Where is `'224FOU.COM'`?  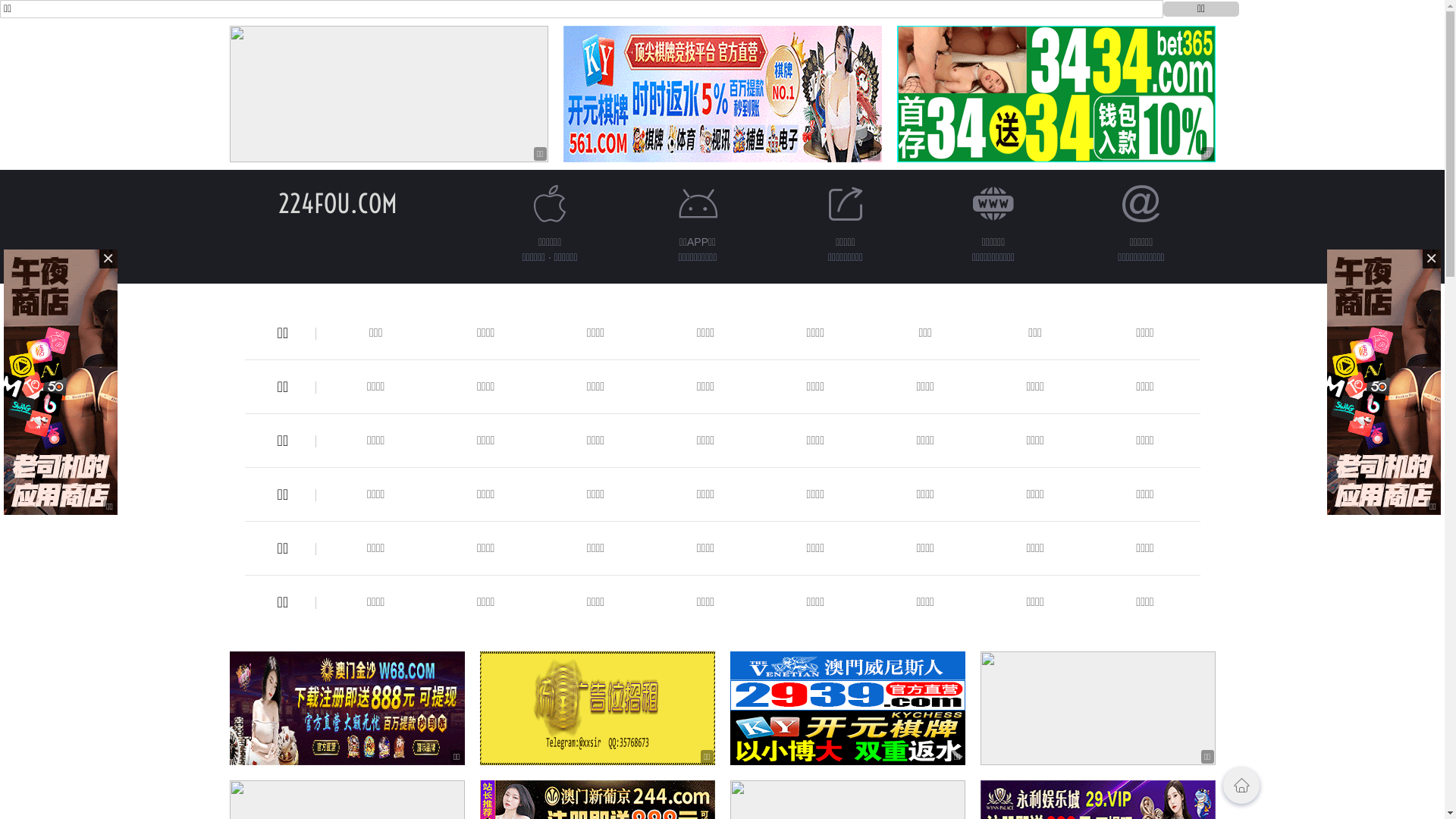
'224FOU.COM' is located at coordinates (337, 202).